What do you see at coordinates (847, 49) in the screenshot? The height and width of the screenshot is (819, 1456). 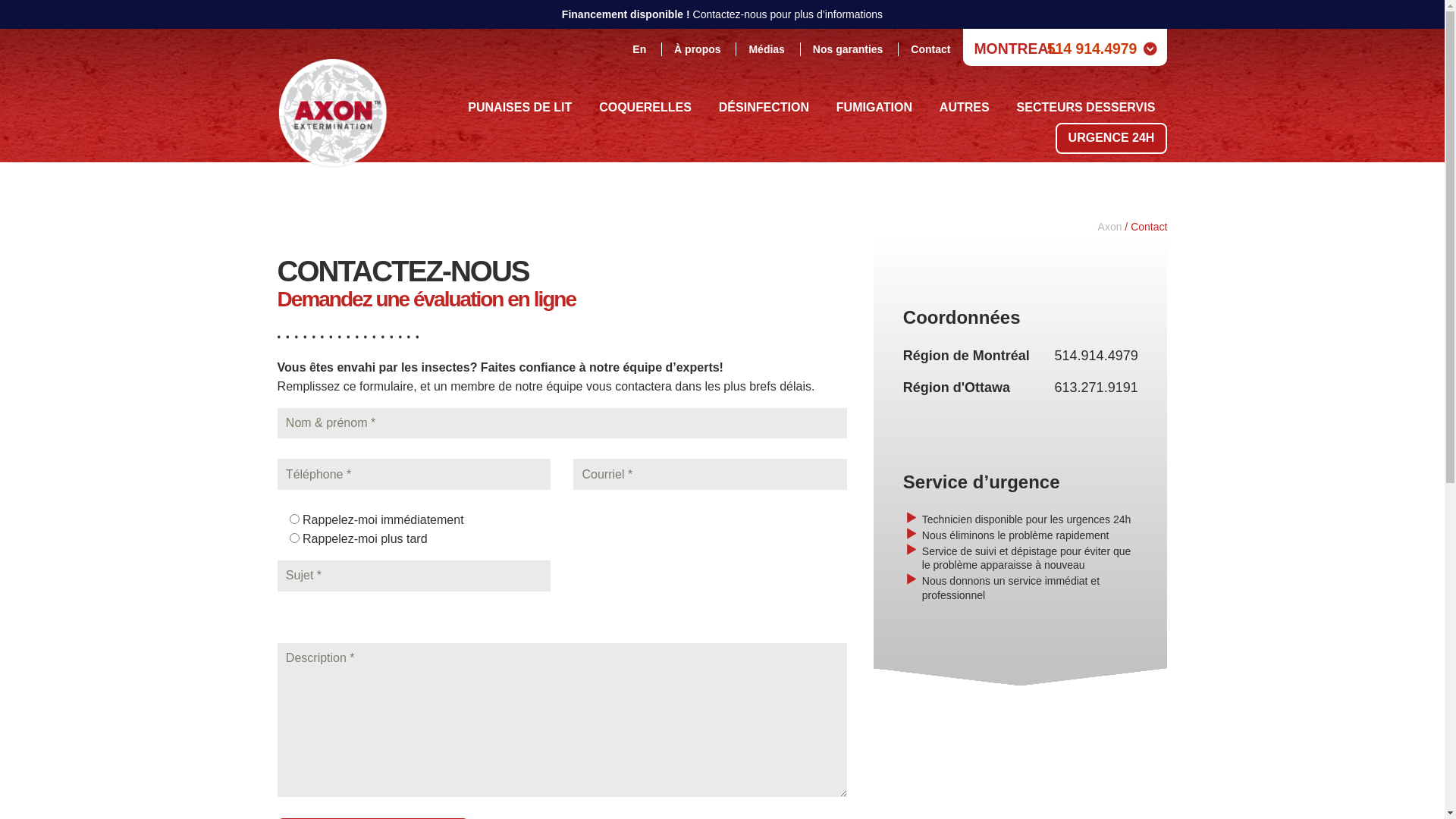 I see `'Nos garanties'` at bounding box center [847, 49].